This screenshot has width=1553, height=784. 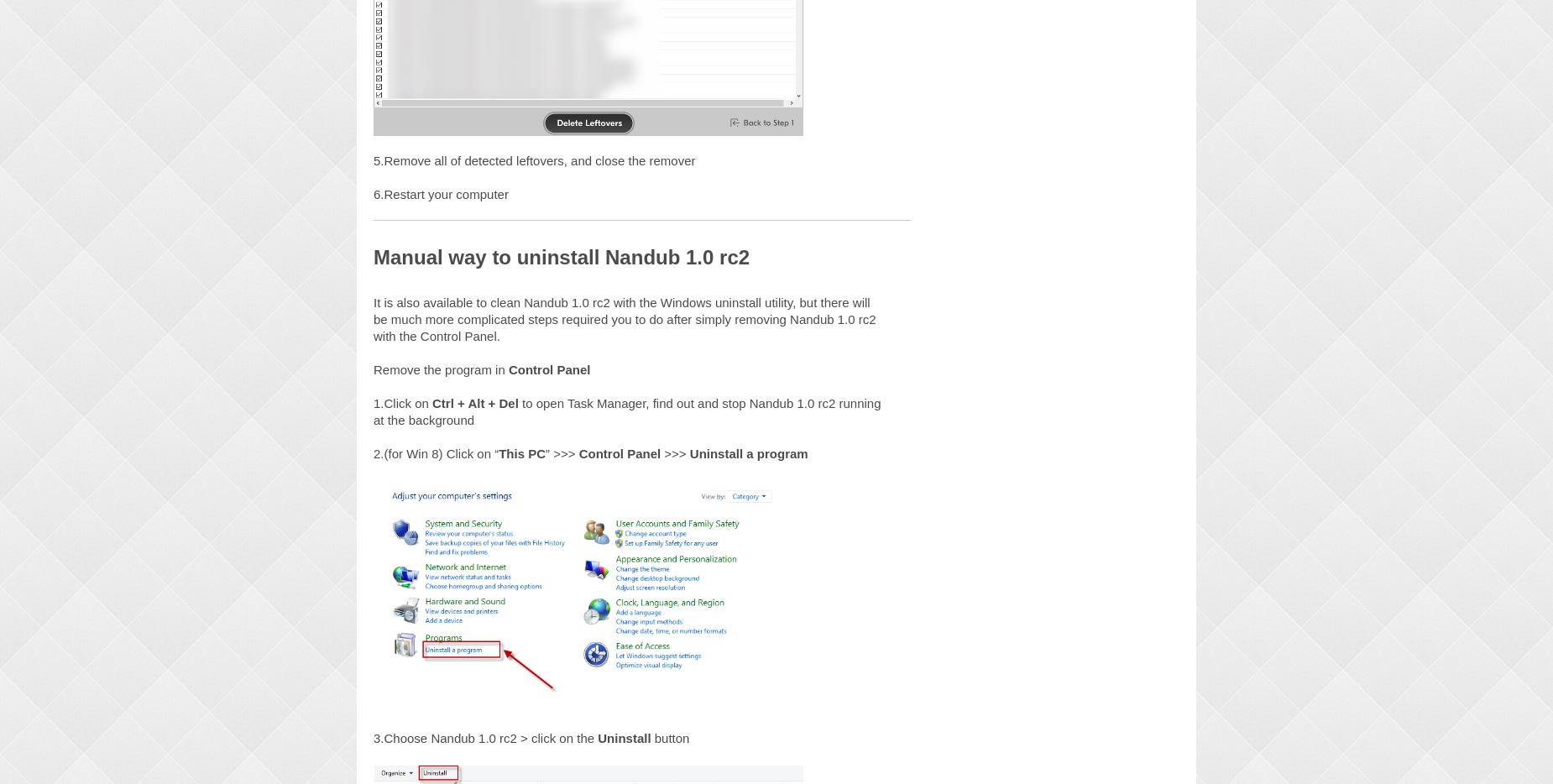 I want to click on 'This PC', so click(x=521, y=452).